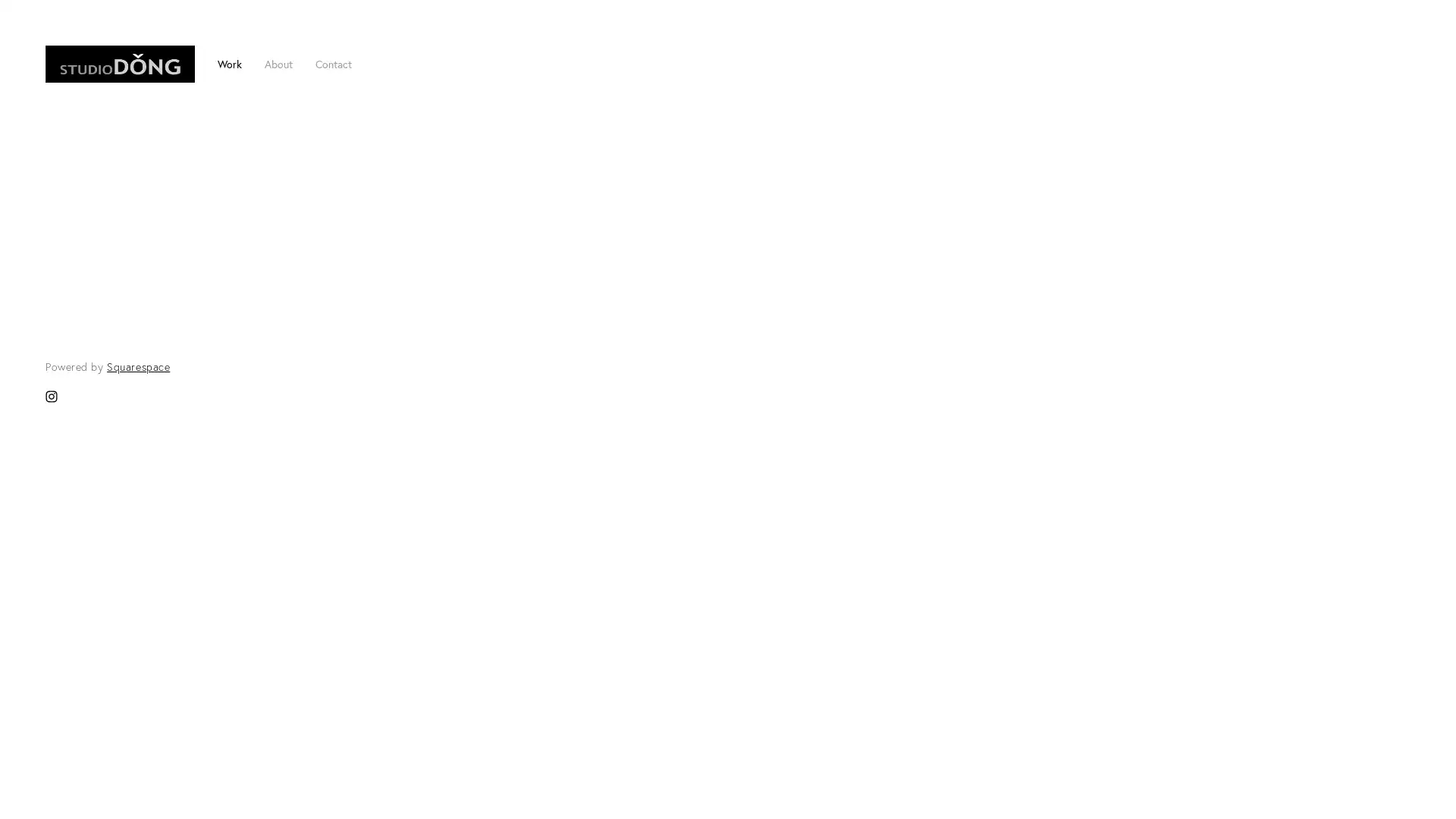  Describe the element at coordinates (726, 683) in the screenshot. I see `Play` at that location.